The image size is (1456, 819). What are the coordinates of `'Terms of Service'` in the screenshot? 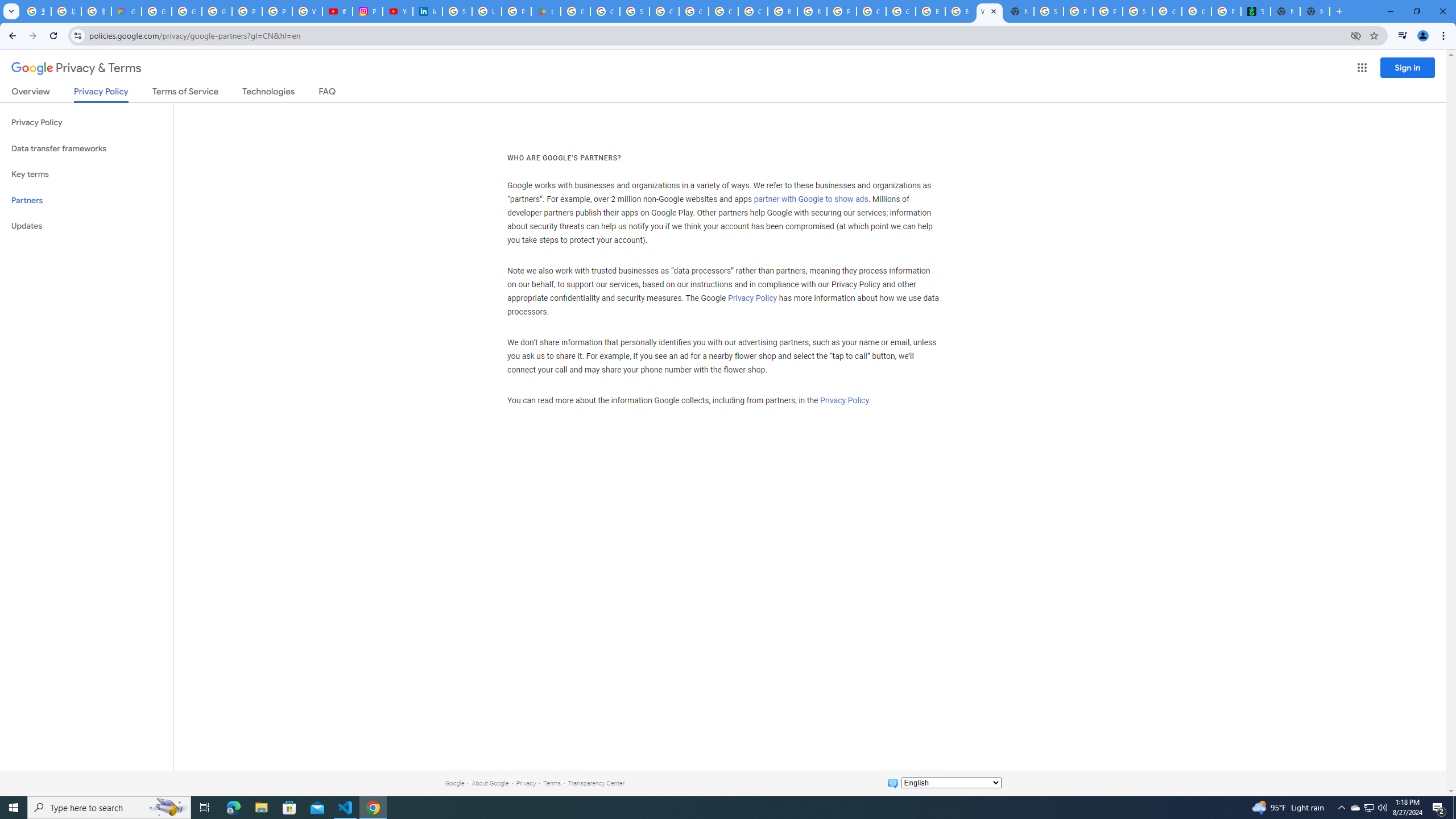 It's located at (185, 93).